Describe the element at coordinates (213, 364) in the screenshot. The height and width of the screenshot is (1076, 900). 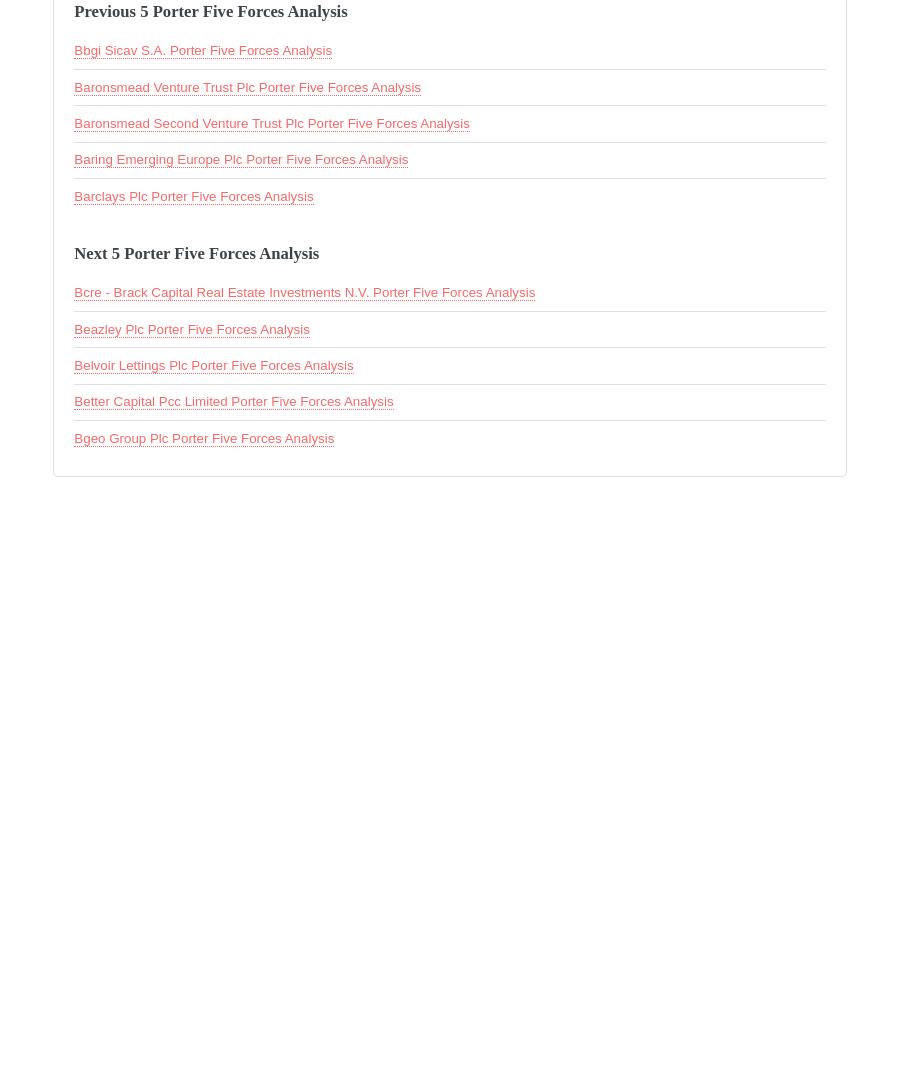
I see `'Belvoir Lettings Plc Porter Five Forces Analysis'` at that location.